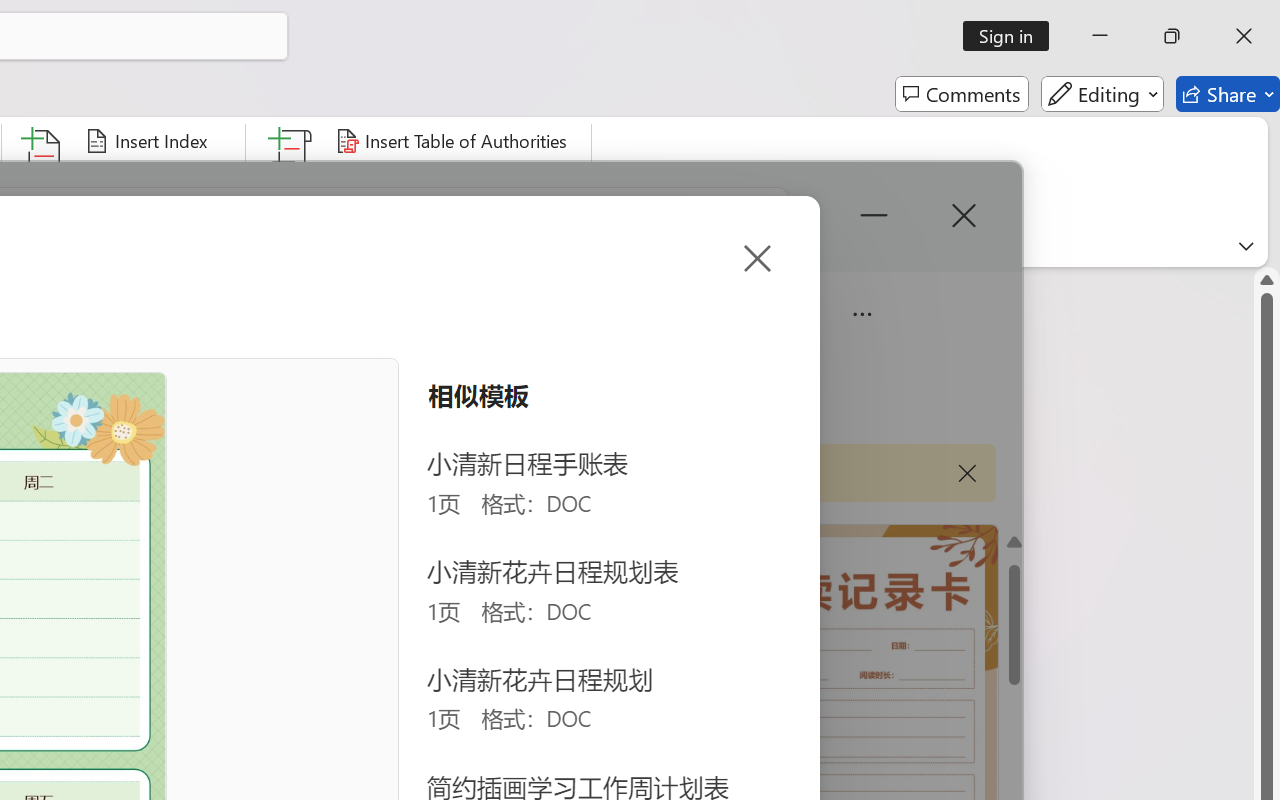 The image size is (1280, 800). Describe the element at coordinates (1266, 280) in the screenshot. I see `'Line up'` at that location.